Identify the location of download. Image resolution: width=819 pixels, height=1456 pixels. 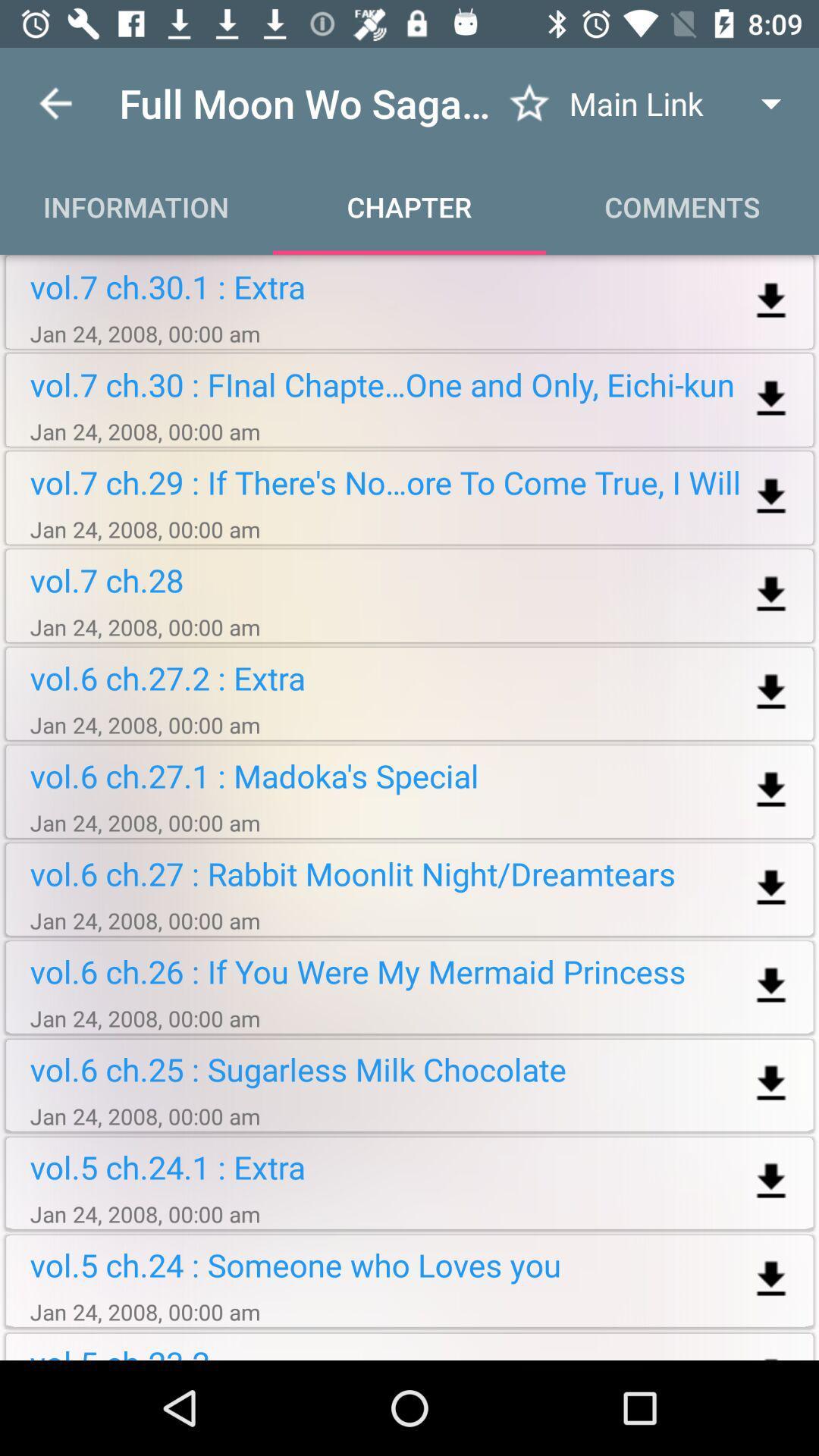
(771, 594).